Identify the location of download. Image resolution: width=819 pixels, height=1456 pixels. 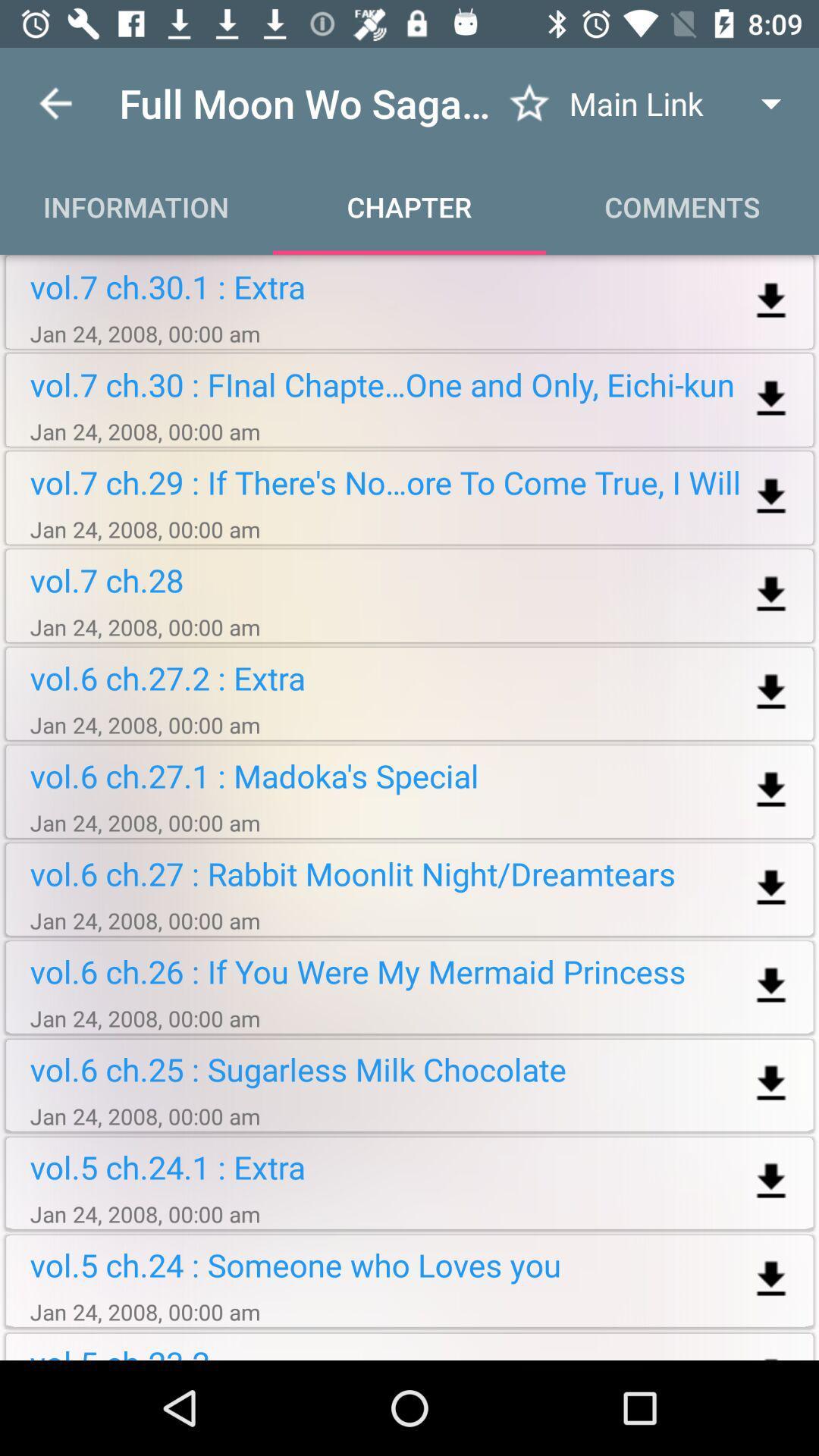
(771, 594).